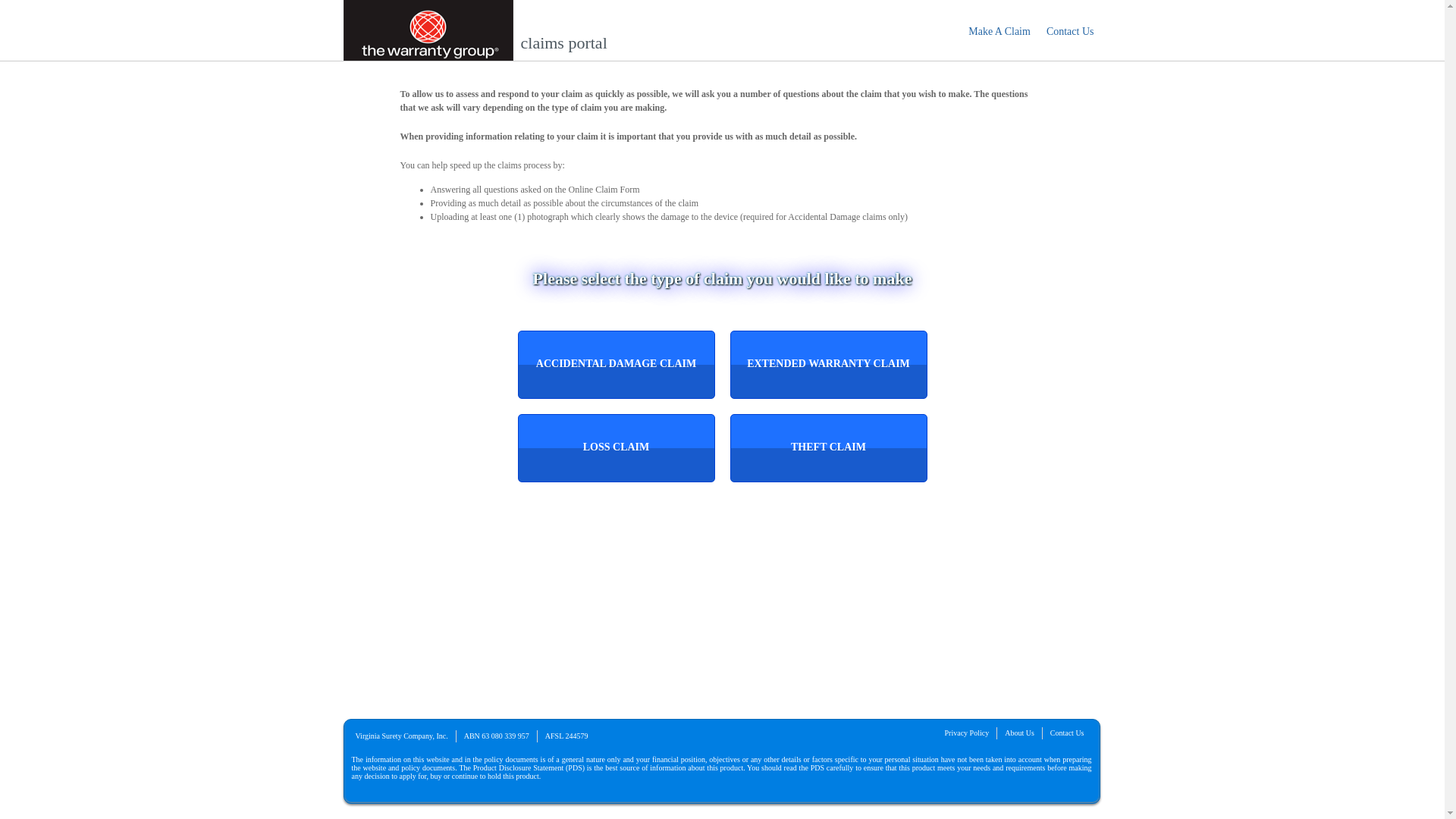 This screenshot has width=1456, height=819. Describe the element at coordinates (999, 32) in the screenshot. I see `'Make A Claim'` at that location.